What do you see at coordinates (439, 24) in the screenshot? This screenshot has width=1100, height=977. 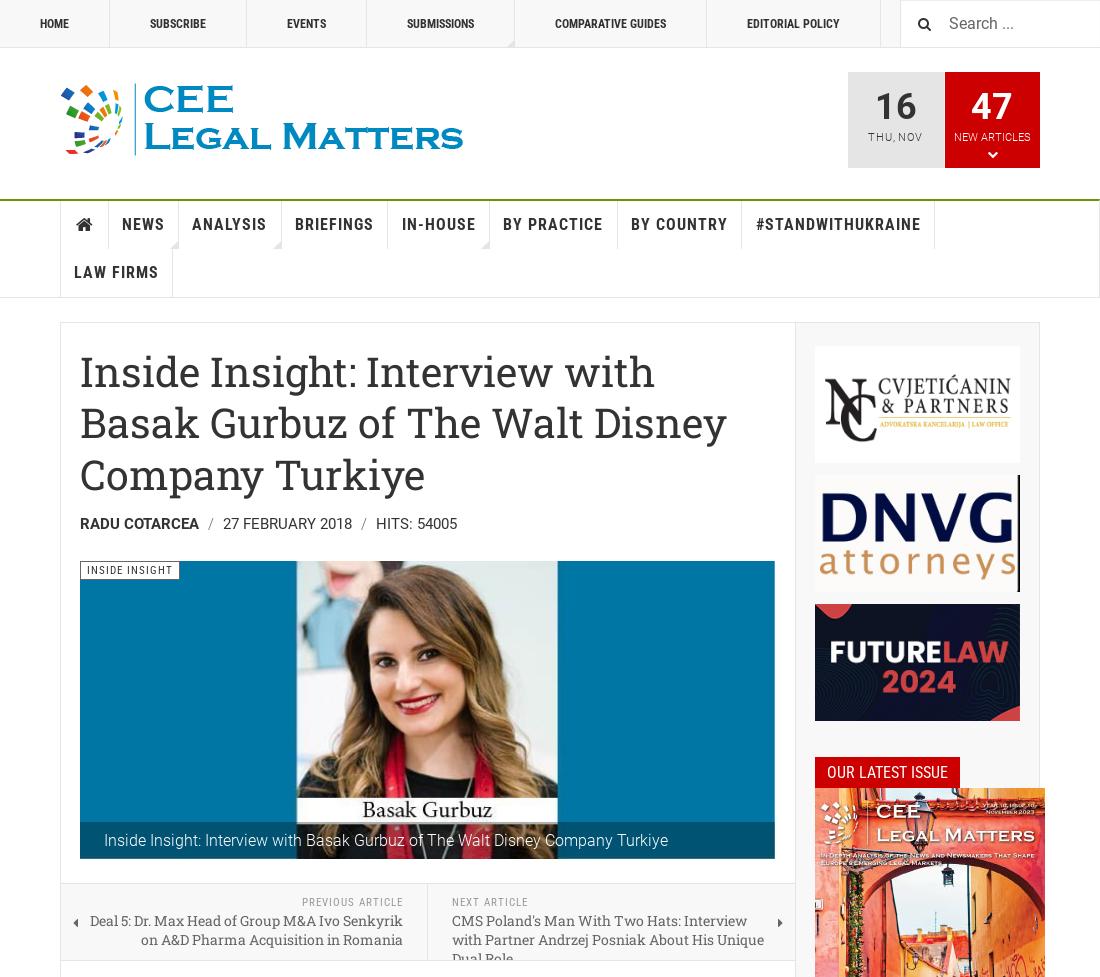 I see `'Submissions'` at bounding box center [439, 24].